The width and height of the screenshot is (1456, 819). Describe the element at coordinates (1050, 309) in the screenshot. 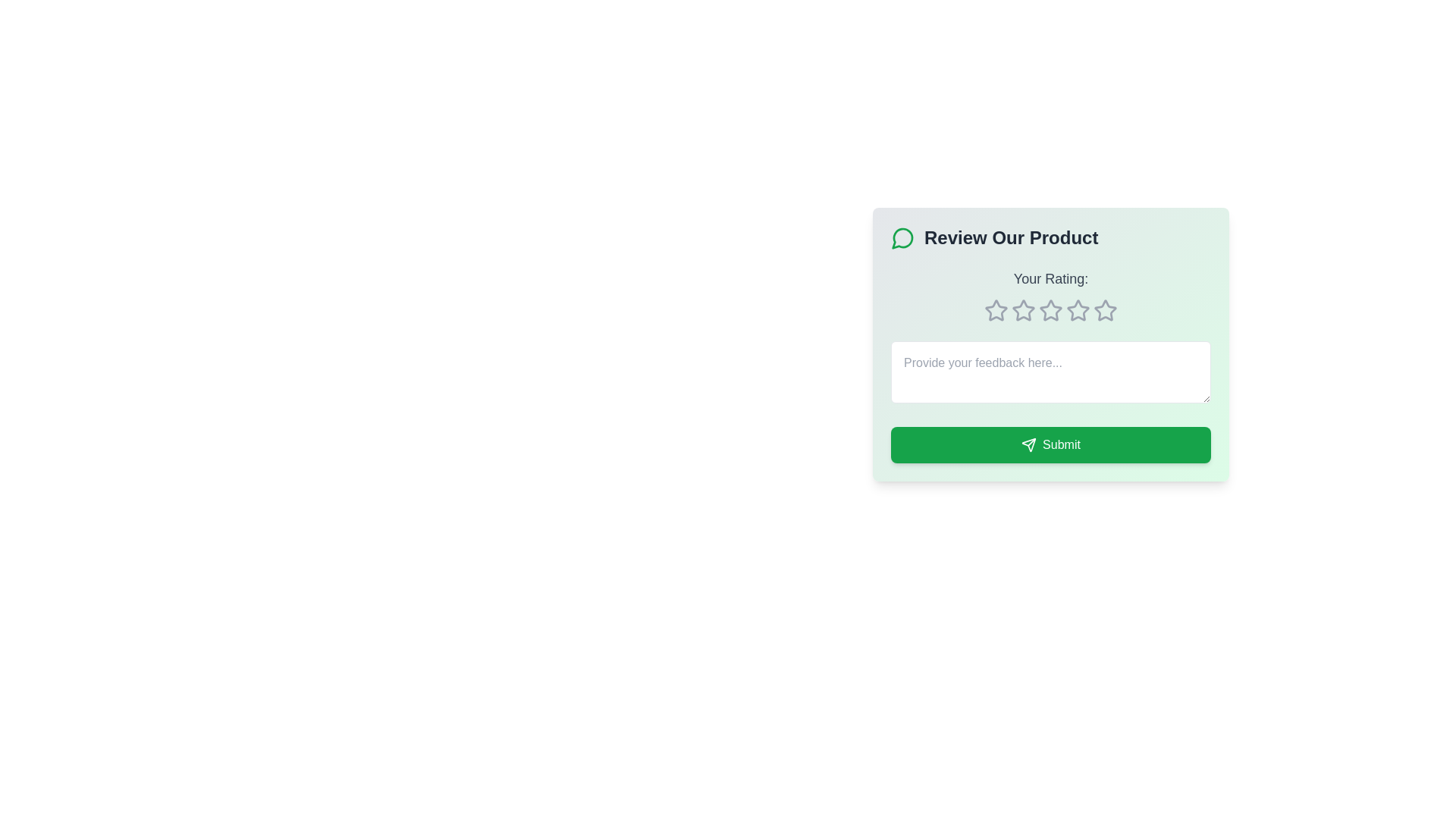

I see `the second star icon in the rating widget located in the 'Your Rating:' section, which allows users to provide a visual rating` at that location.